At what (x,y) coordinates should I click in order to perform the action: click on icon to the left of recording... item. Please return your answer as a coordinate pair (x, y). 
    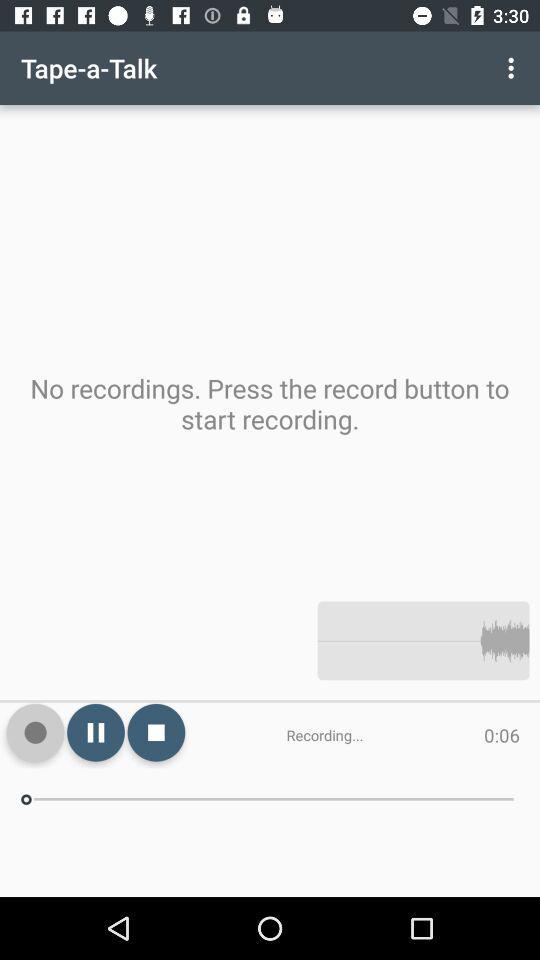
    Looking at the image, I should click on (155, 731).